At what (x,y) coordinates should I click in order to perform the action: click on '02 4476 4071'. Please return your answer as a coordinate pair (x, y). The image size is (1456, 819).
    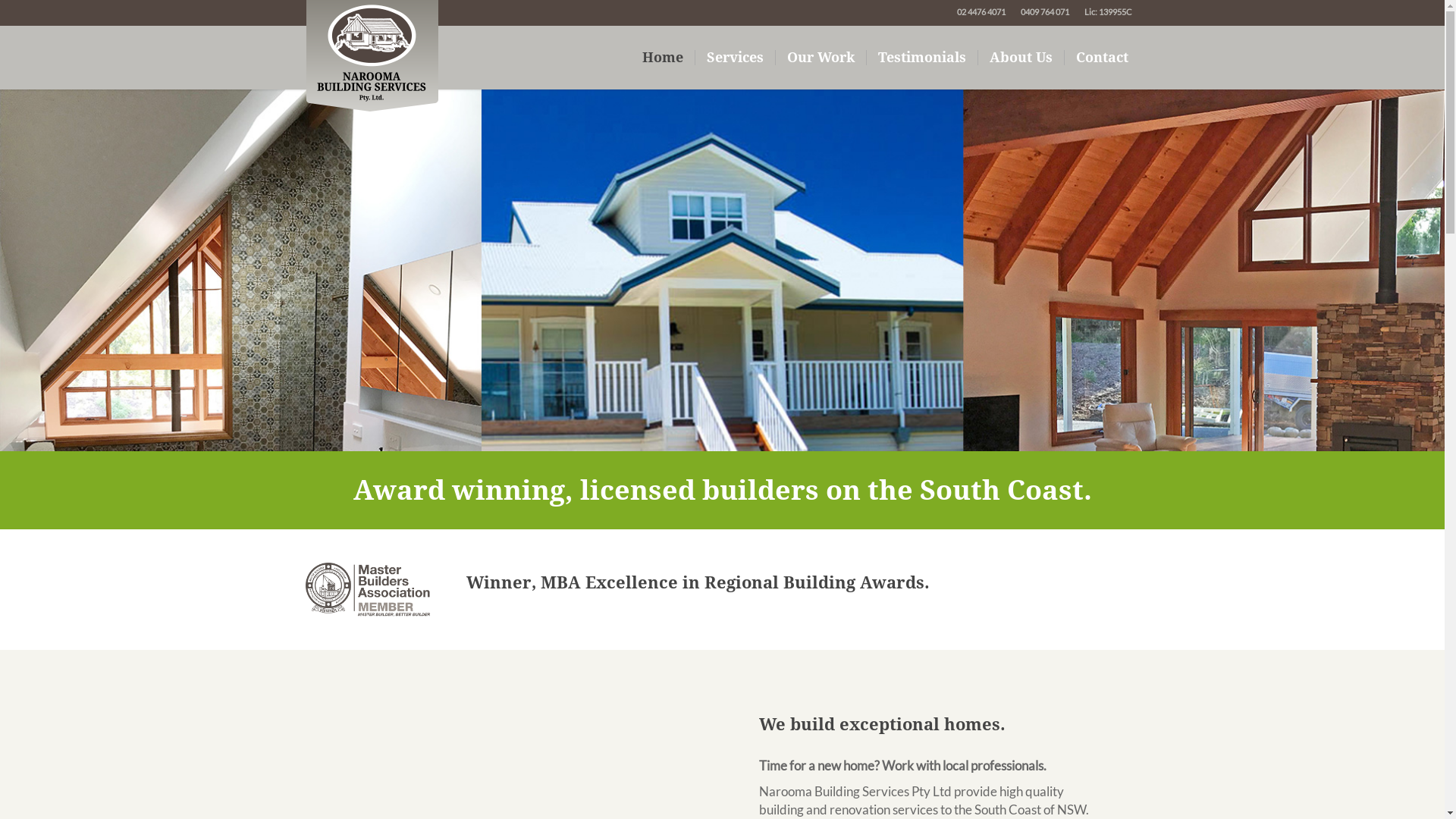
    Looking at the image, I should click on (981, 11).